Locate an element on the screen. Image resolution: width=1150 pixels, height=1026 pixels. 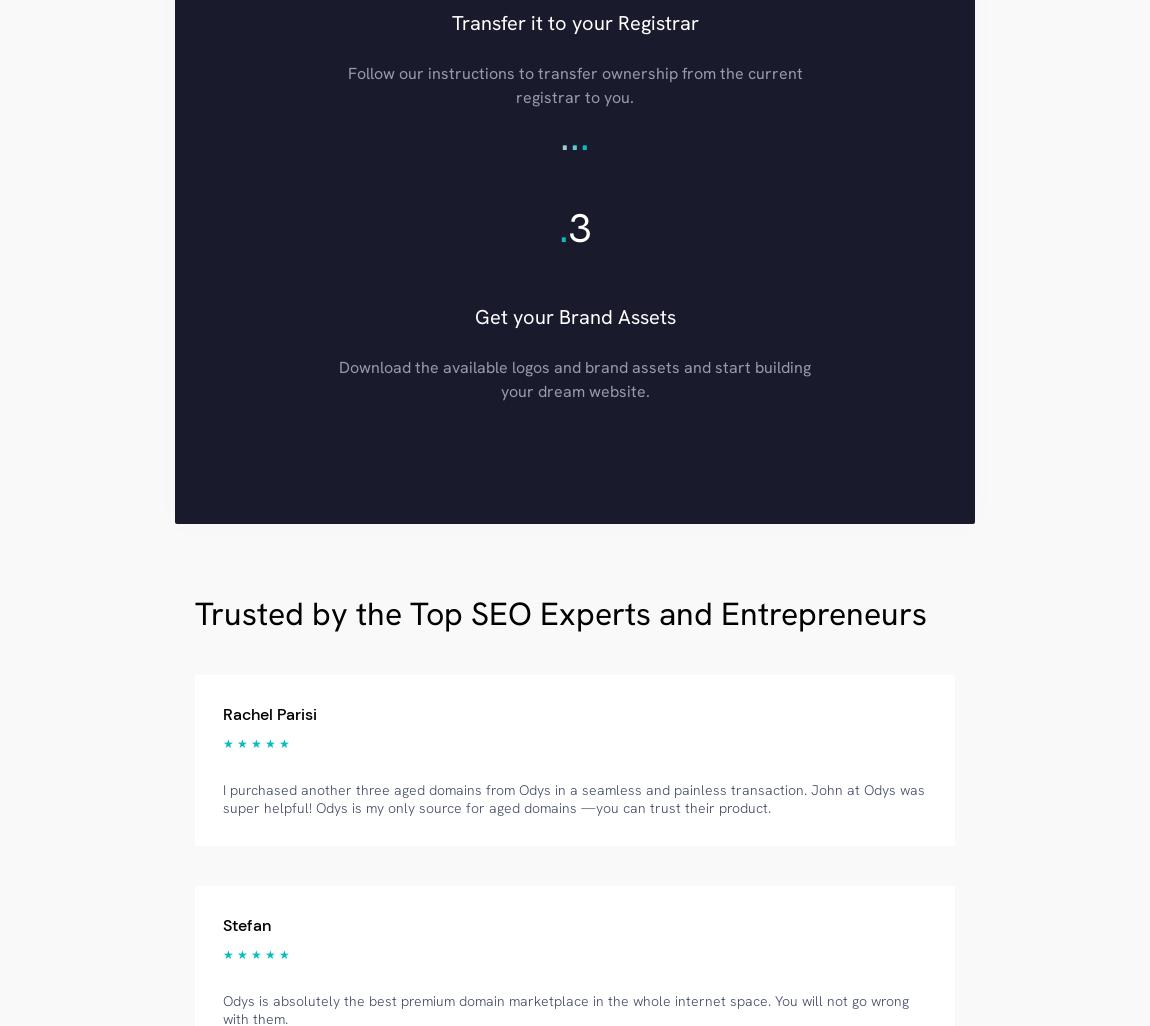
'Get your Brand Assets' is located at coordinates (574, 316).